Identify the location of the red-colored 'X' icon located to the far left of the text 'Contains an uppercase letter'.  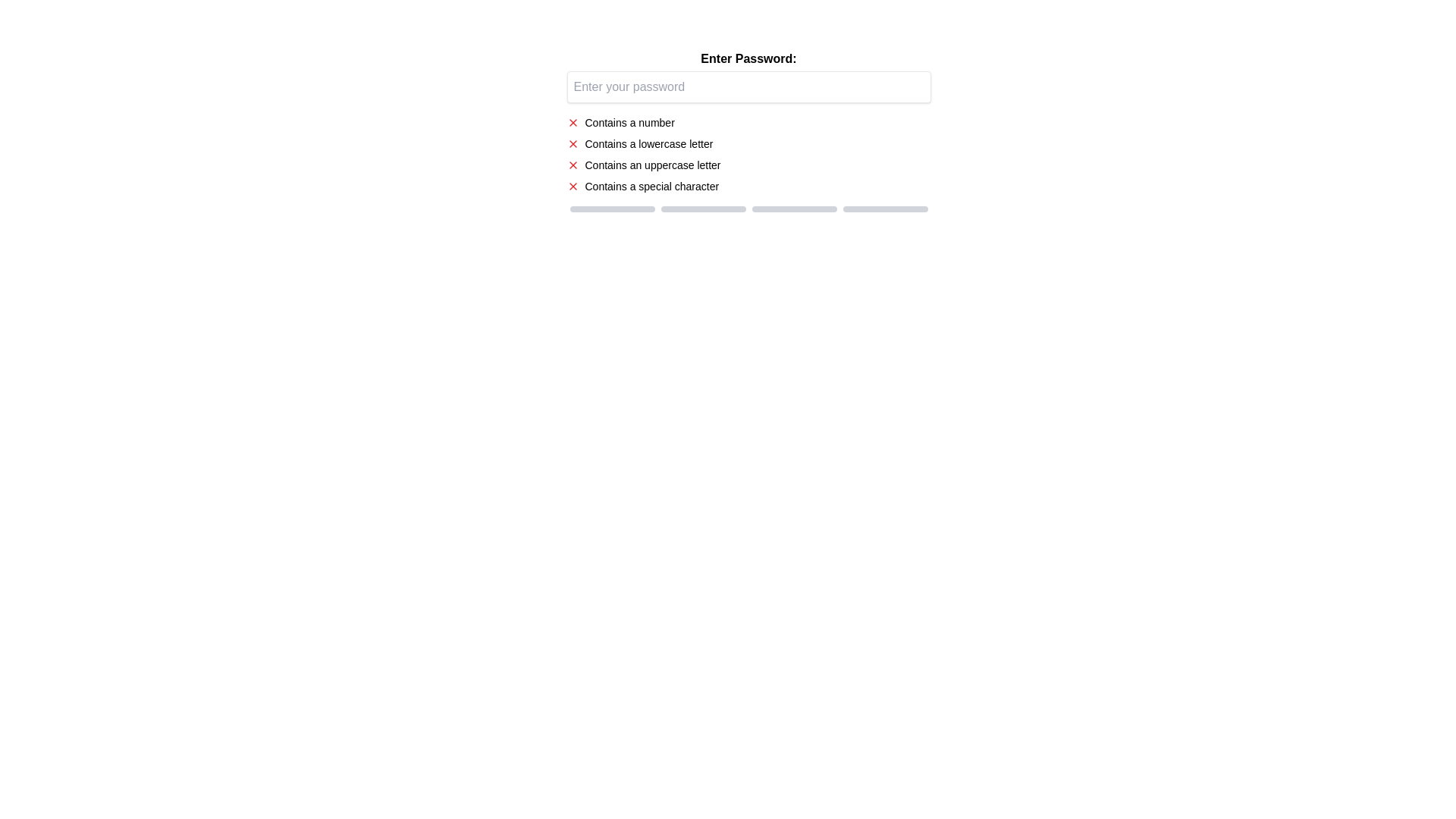
(572, 165).